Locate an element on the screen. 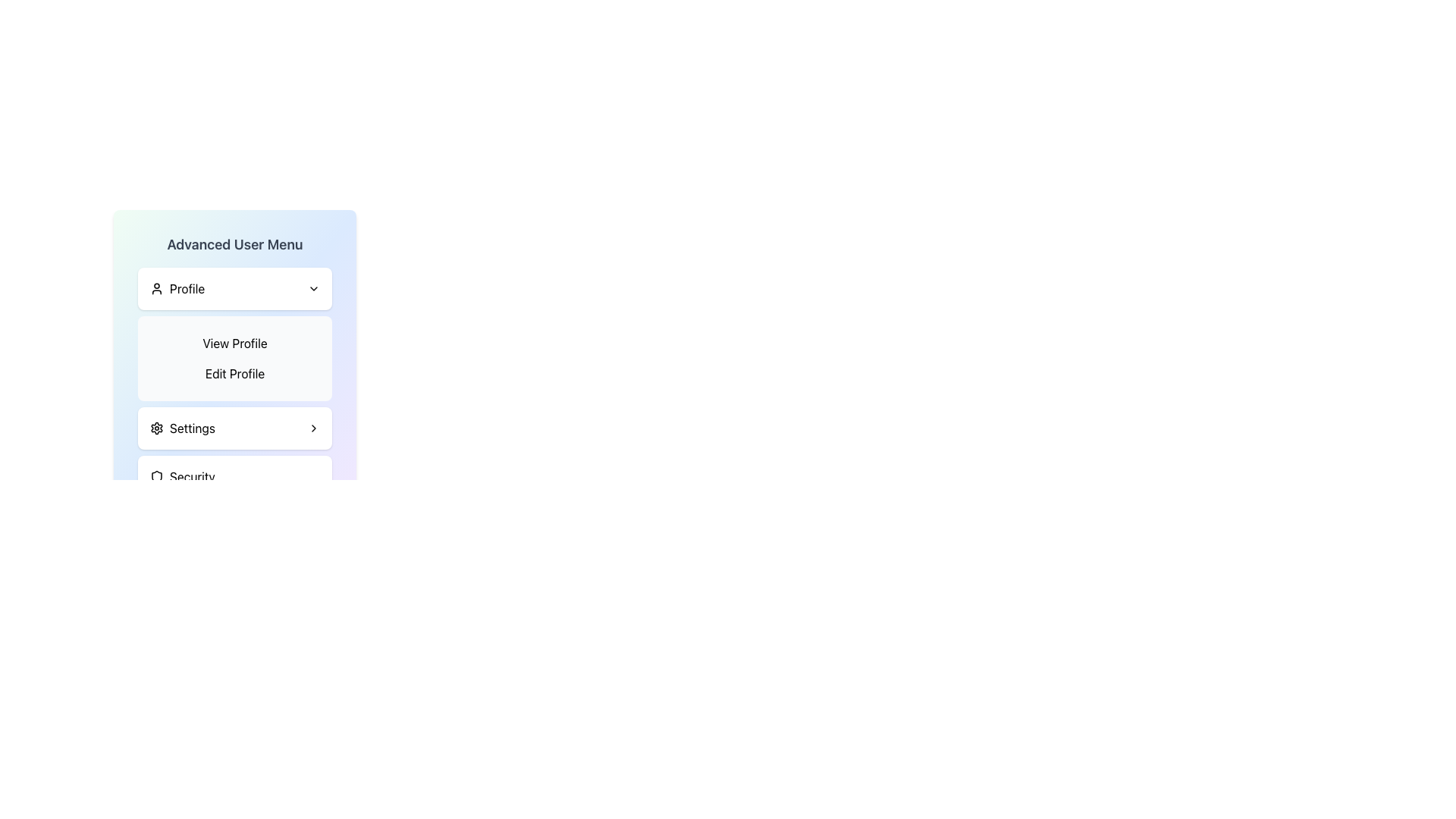 The image size is (1456, 819). the downward-pointing chevron icon is located at coordinates (312, 289).